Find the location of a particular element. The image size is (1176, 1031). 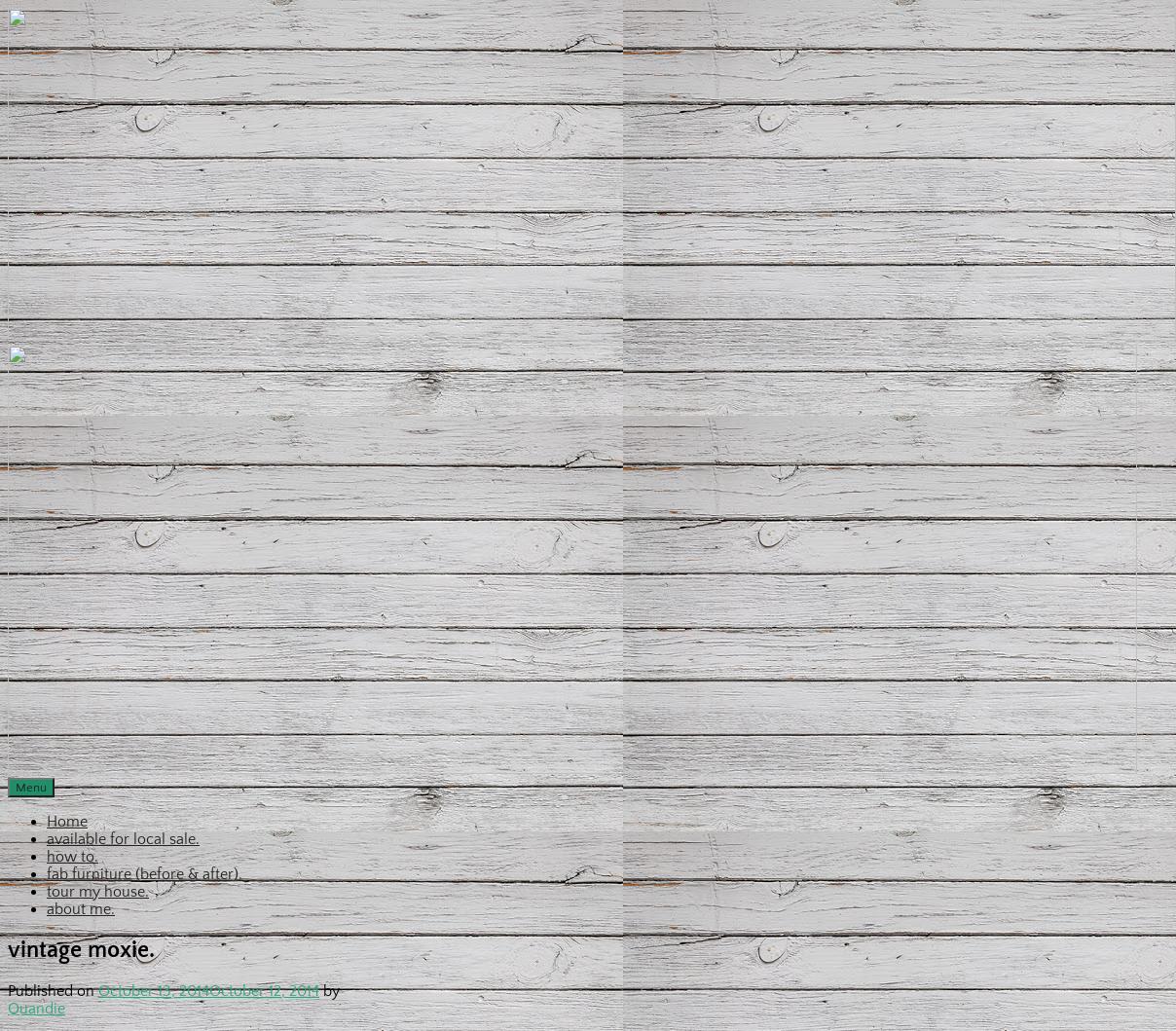

'tour my house.' is located at coordinates (96, 892).